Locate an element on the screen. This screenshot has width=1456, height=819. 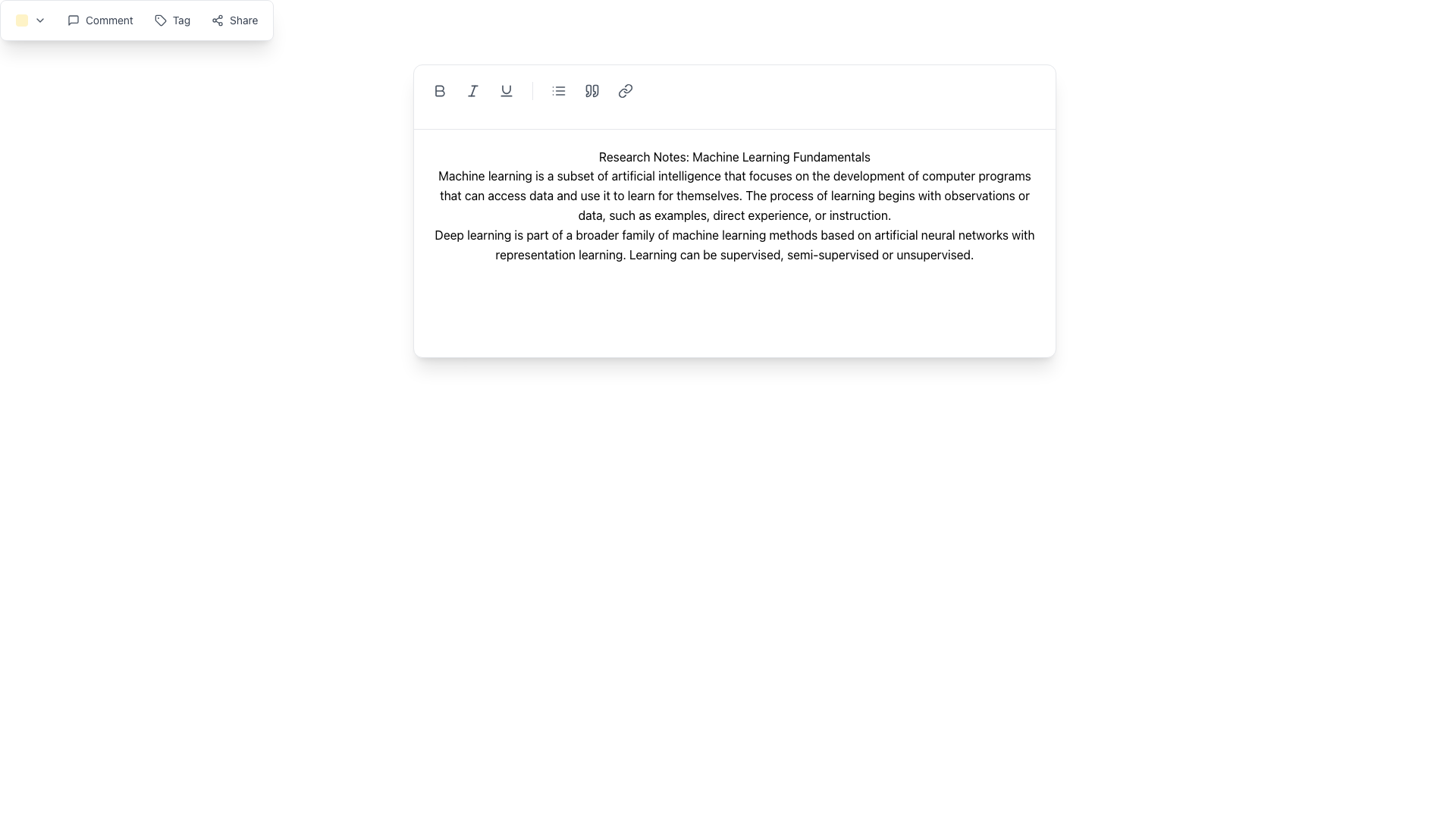
part of the text in the Text content block below the heading 'Research Notes: Machine Learning Fundamentals' for copying is located at coordinates (735, 195).